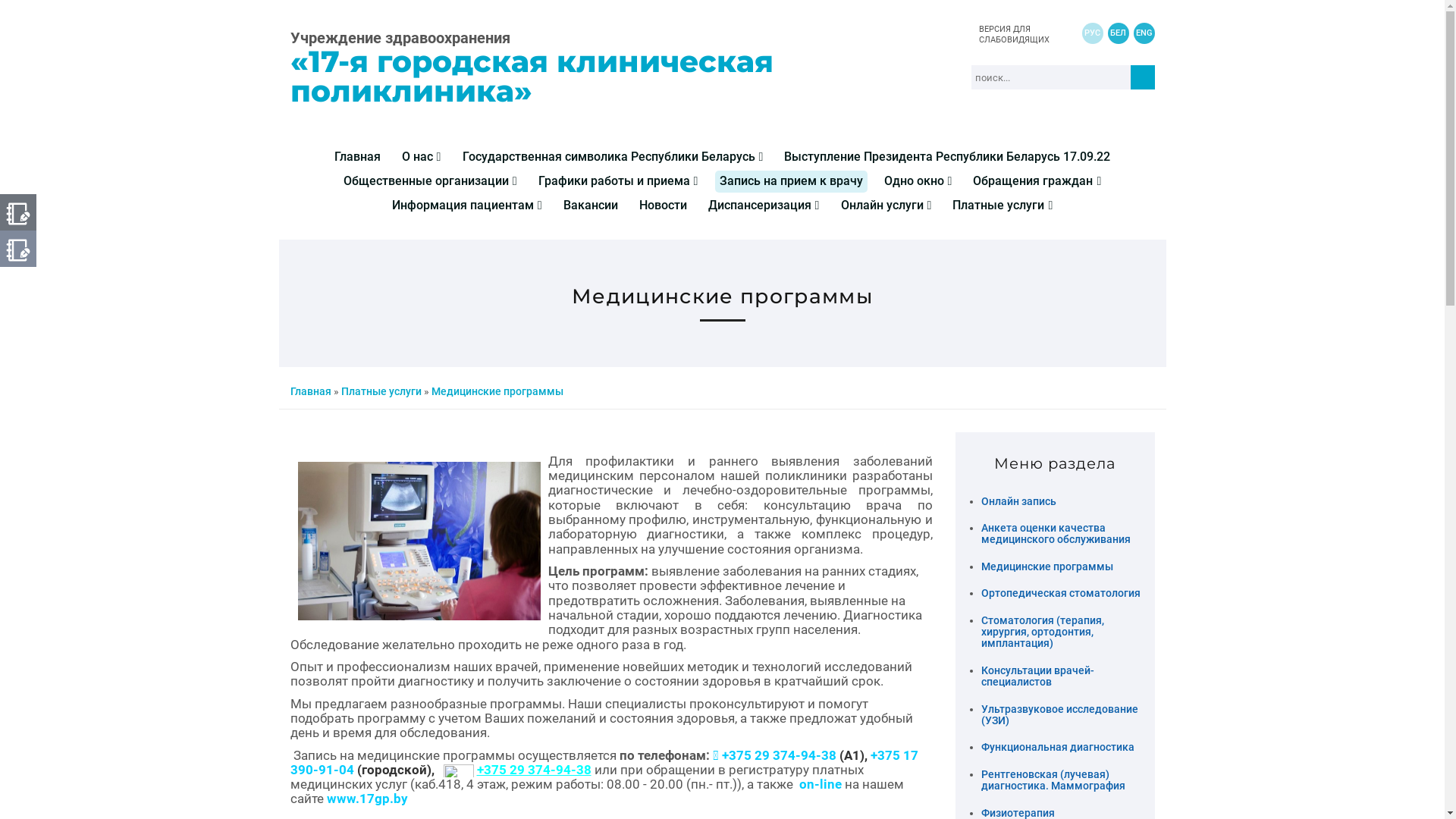  What do you see at coordinates (366, 798) in the screenshot?
I see `'www.17gp.by'` at bounding box center [366, 798].